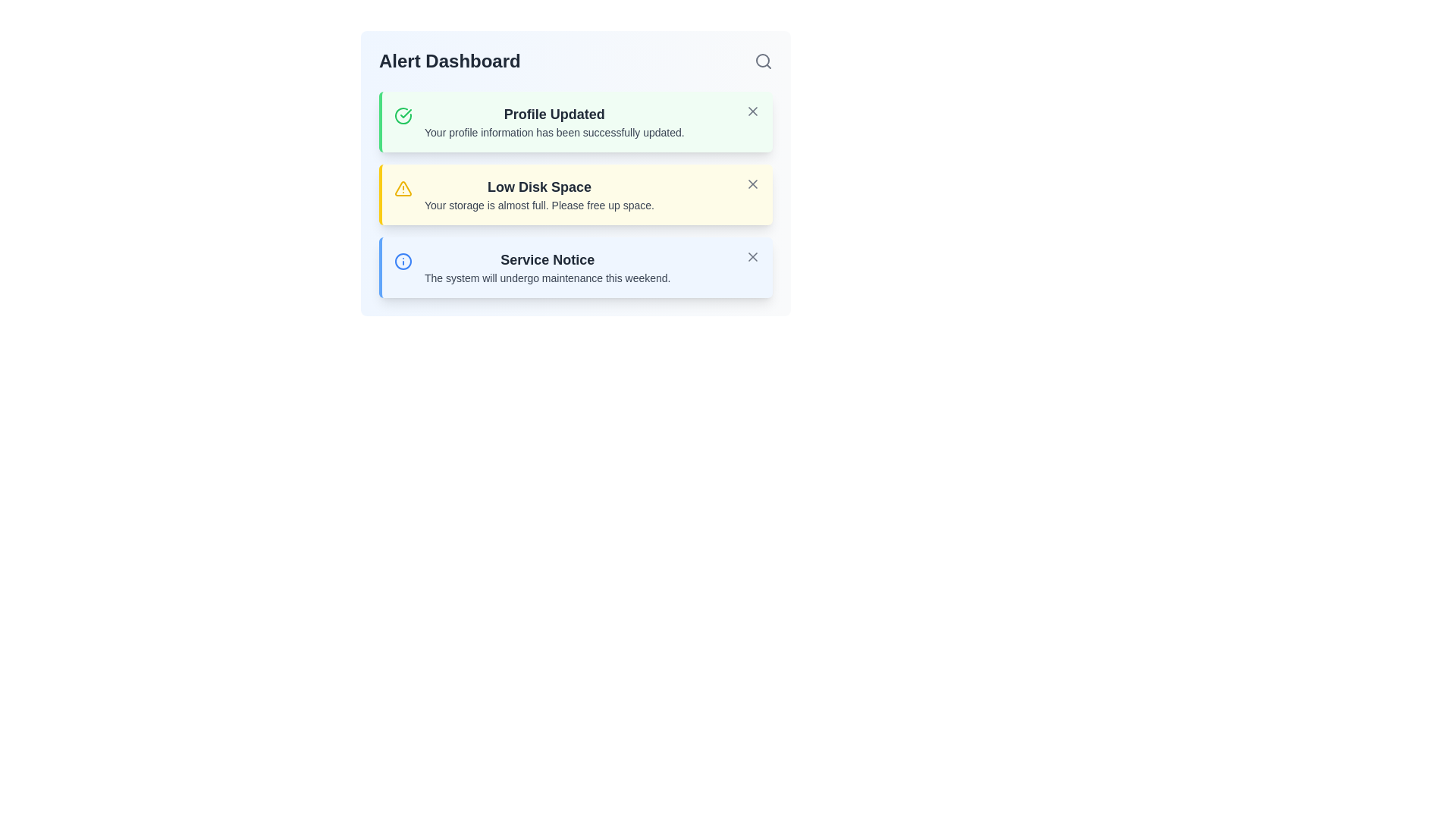 The image size is (1456, 819). I want to click on the warning icon located to the left of the 'Low Disk Space' message, which is highlighted with a yellow background in the middle notification of the dashboard alerts, so click(403, 187).